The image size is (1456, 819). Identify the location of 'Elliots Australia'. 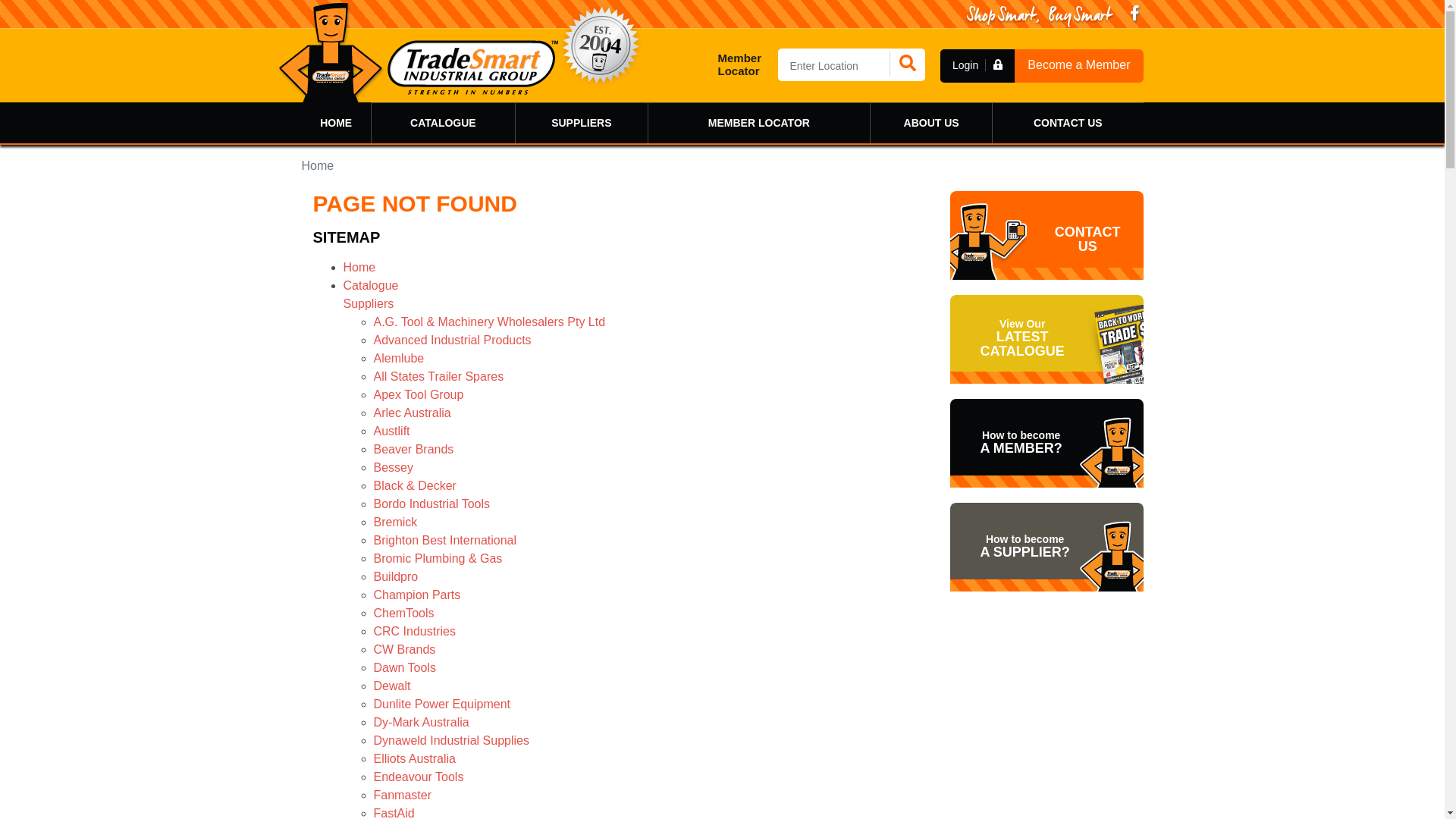
(414, 758).